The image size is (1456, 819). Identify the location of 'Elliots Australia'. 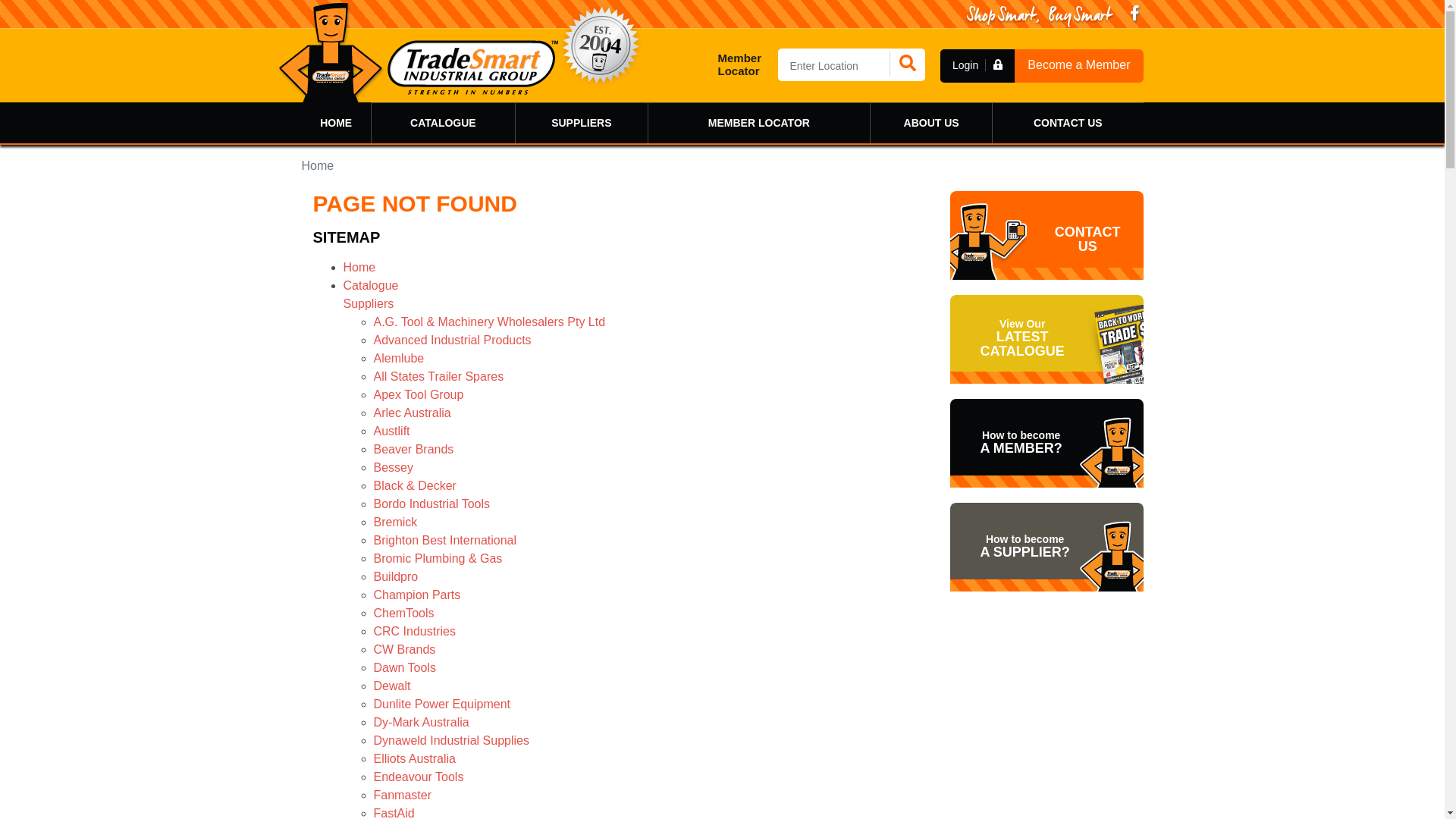
(414, 758).